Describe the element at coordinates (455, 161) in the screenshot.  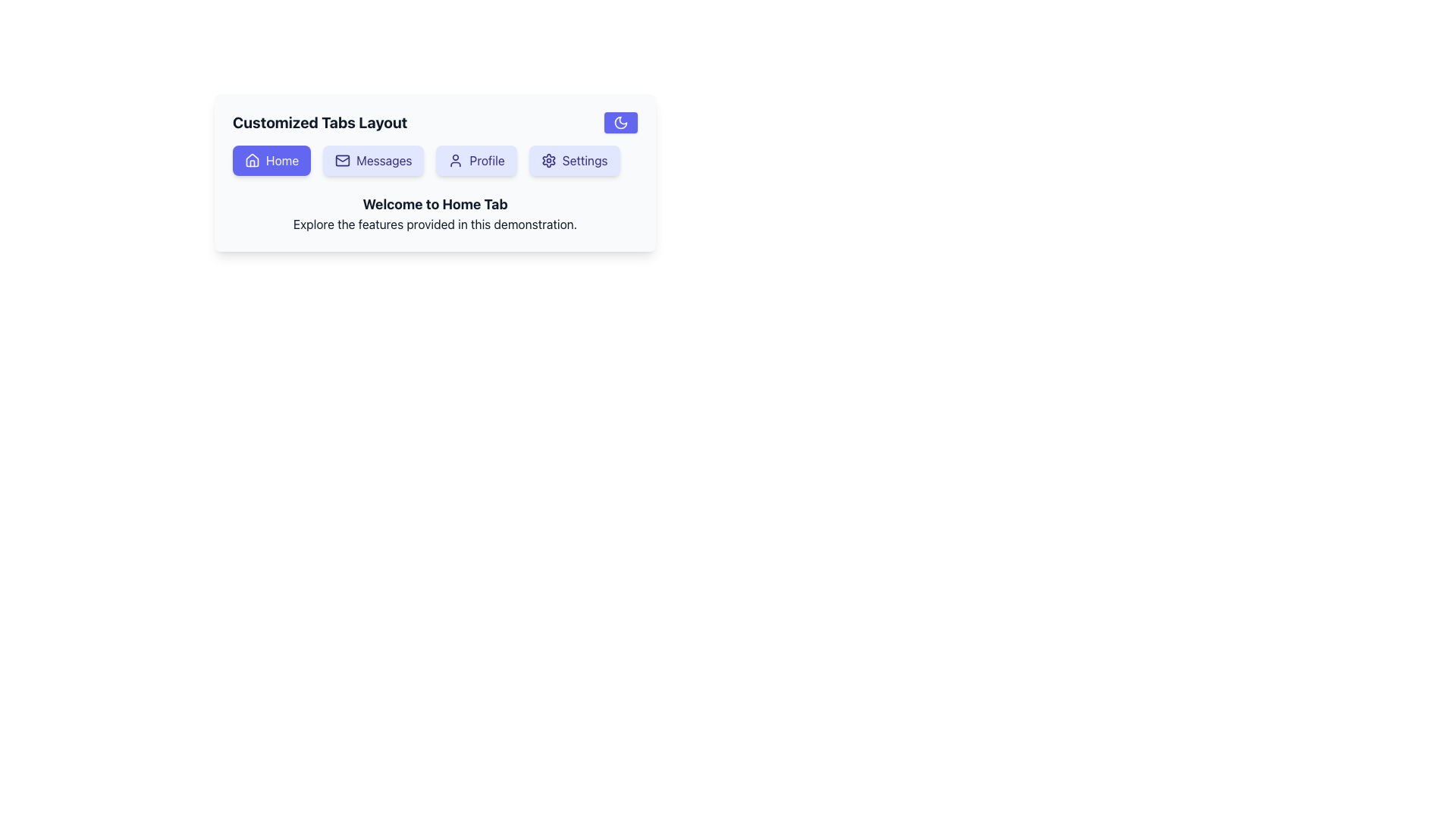
I see `the user profile icon located to the left of the 'Profile' button label, which is situated between the 'Messages' and 'Settings' buttons` at that location.